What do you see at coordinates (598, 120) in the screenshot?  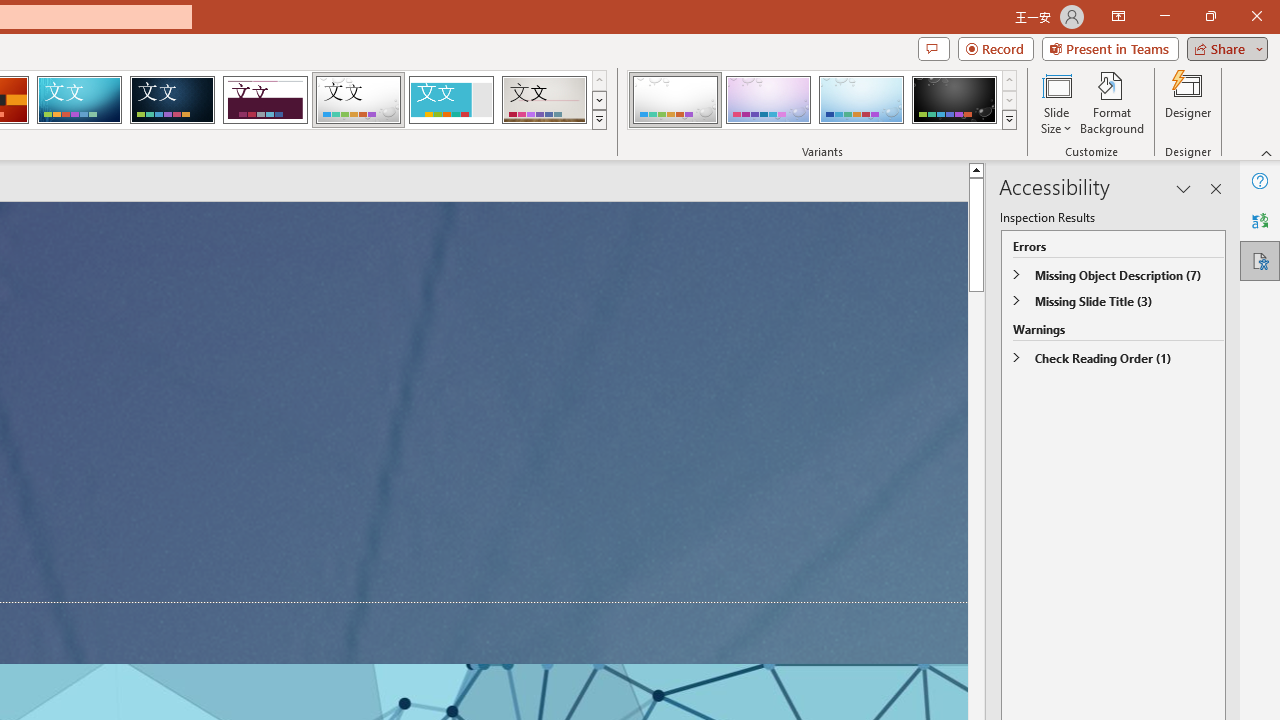 I see `'Themes'` at bounding box center [598, 120].